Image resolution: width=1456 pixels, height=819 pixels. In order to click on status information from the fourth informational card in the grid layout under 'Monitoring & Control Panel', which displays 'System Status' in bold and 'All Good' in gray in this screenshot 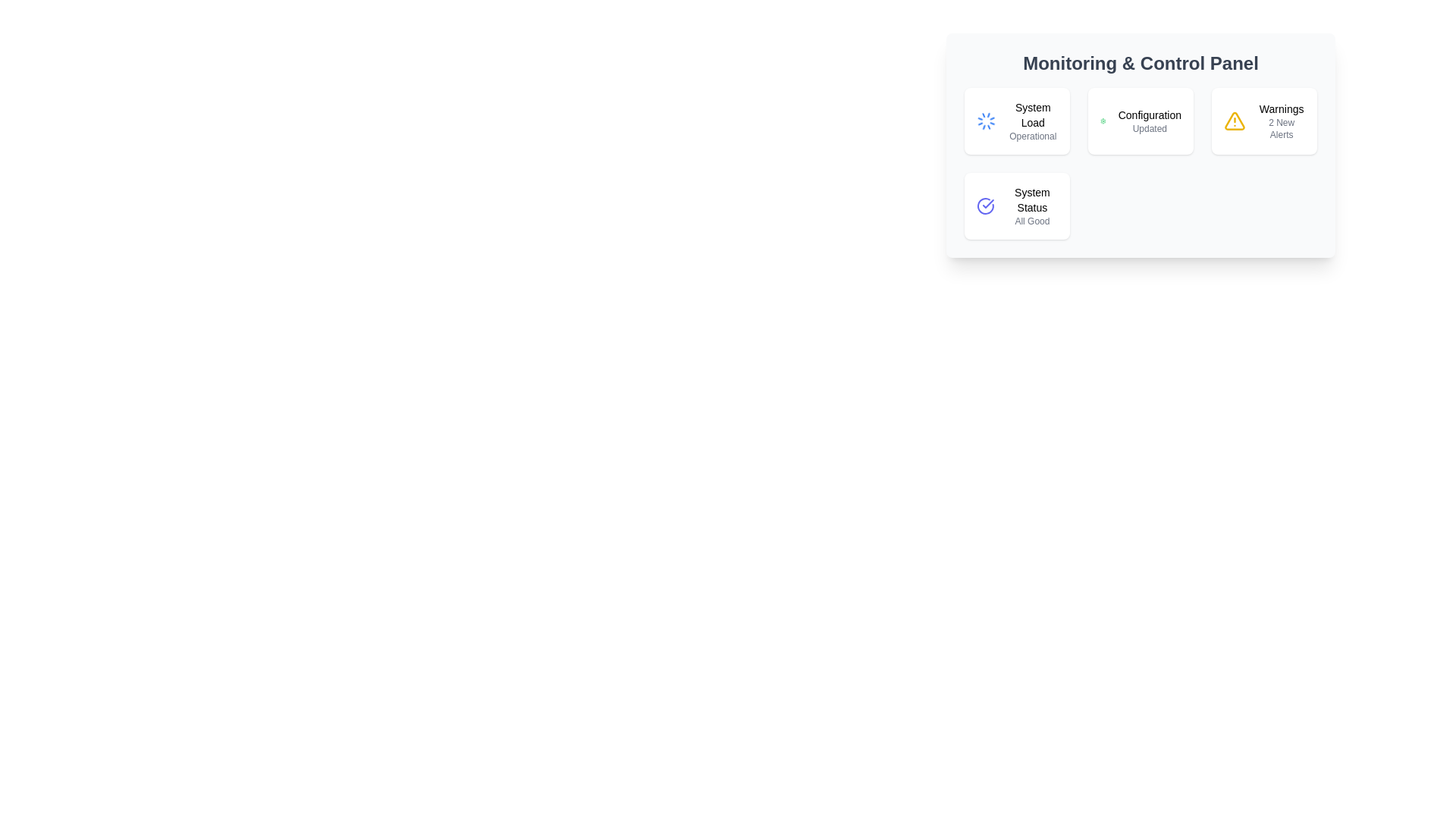, I will do `click(1017, 206)`.